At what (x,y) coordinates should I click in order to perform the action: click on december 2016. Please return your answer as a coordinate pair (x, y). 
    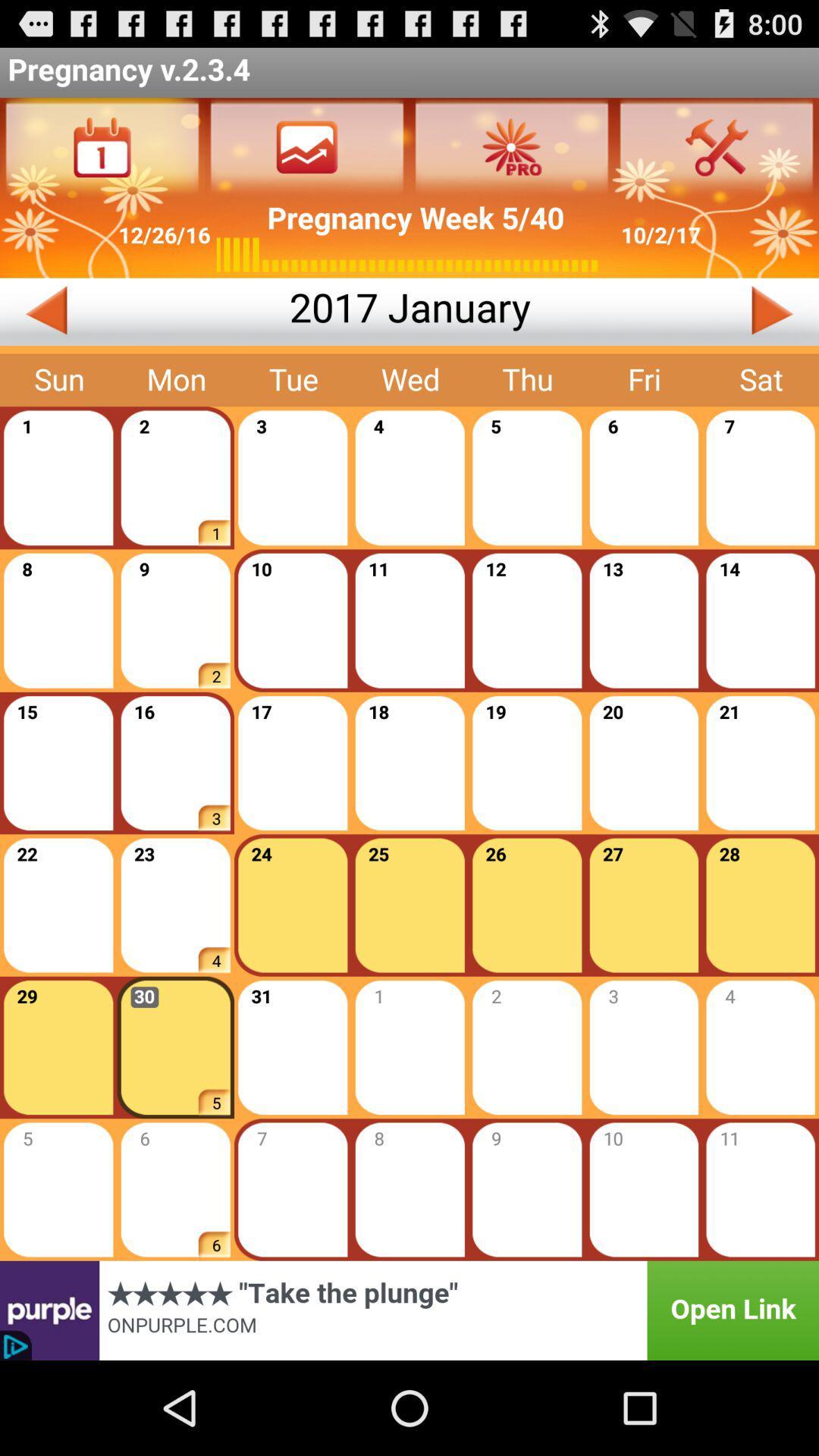
    Looking at the image, I should click on (144, 311).